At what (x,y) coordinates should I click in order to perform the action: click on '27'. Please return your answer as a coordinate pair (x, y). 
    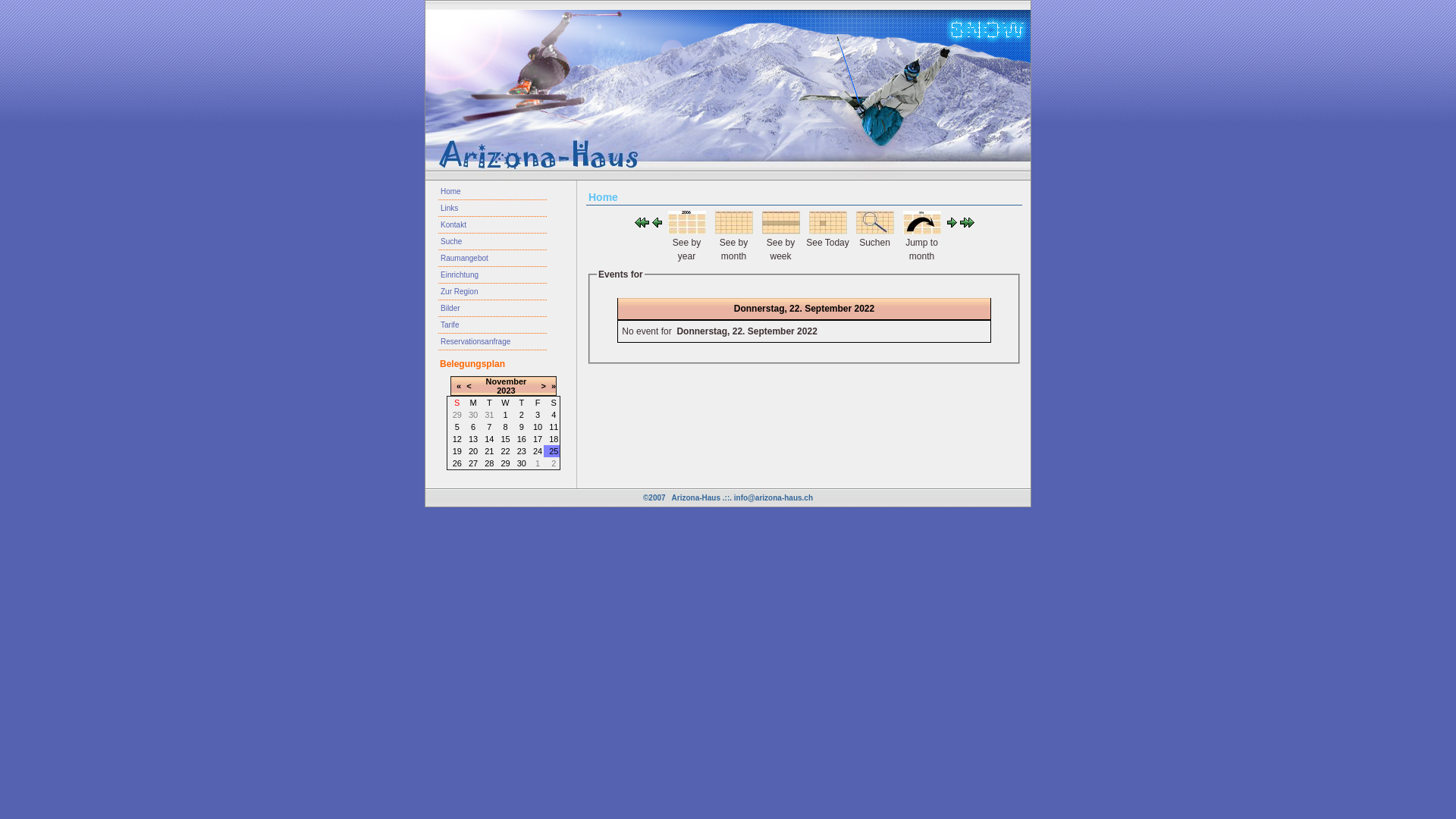
    Looking at the image, I should click on (472, 462).